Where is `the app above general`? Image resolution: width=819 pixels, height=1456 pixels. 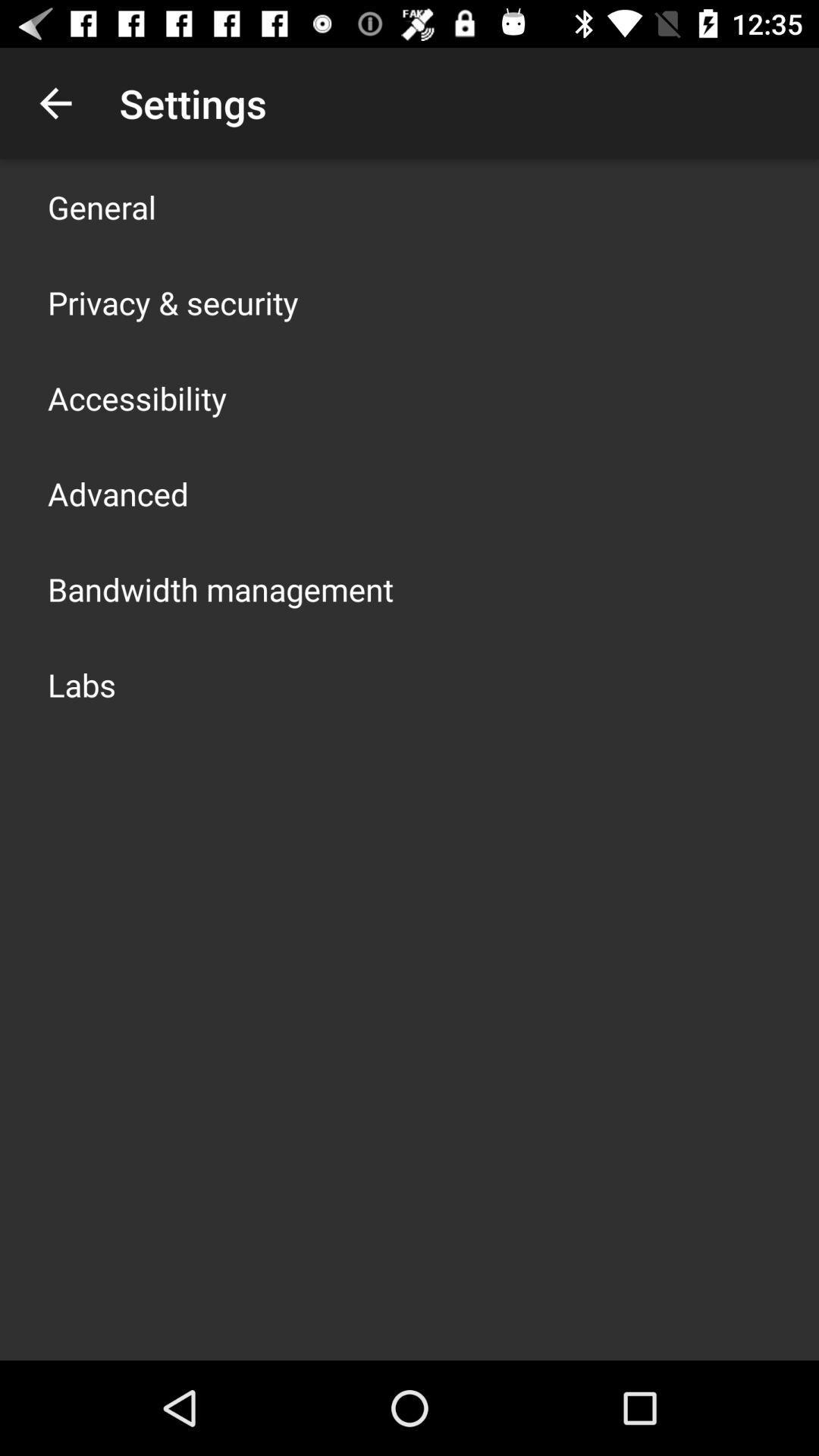 the app above general is located at coordinates (55, 102).